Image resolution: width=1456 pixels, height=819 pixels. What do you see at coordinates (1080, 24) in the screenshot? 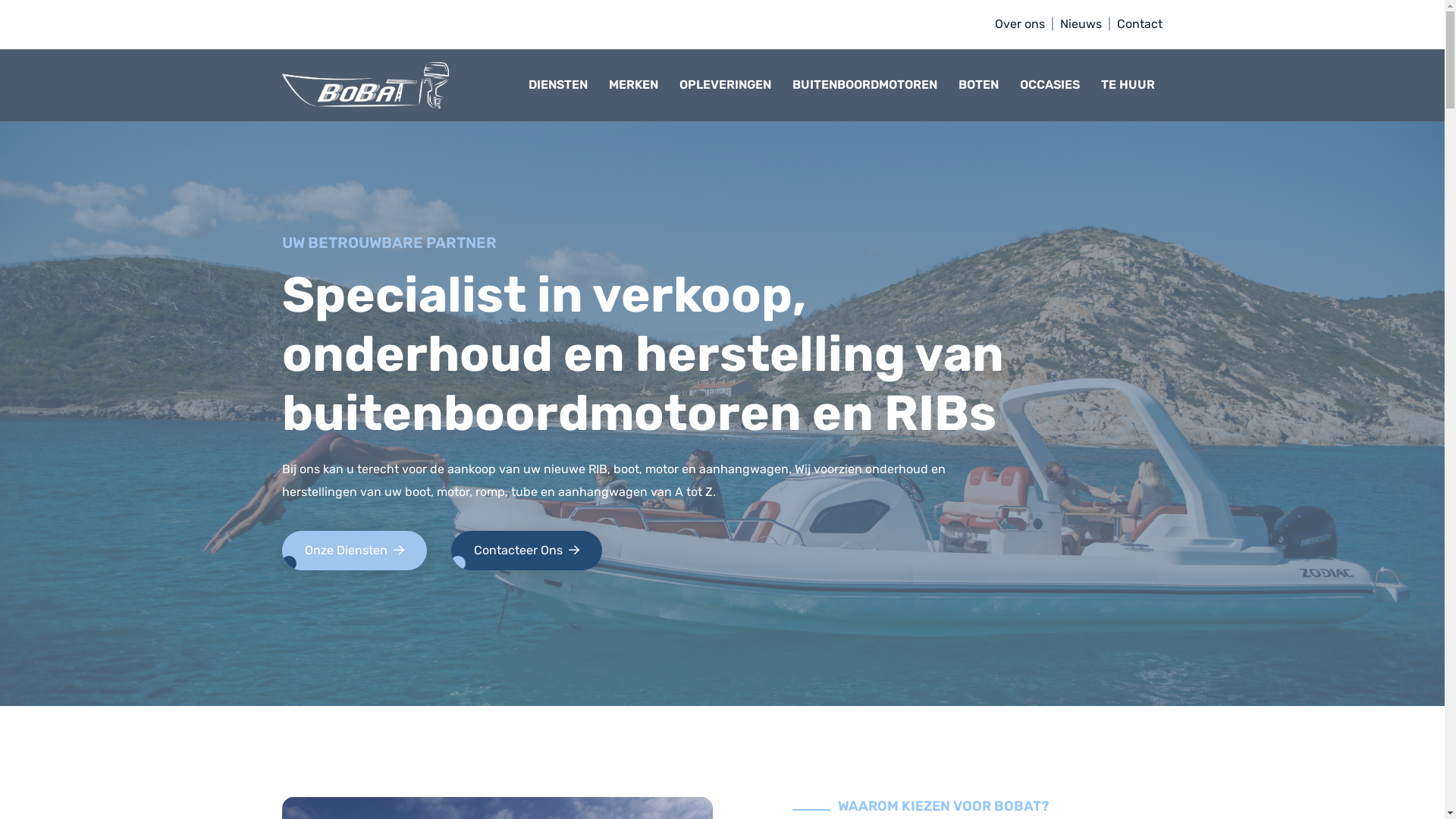
I see `'Nieuws'` at bounding box center [1080, 24].